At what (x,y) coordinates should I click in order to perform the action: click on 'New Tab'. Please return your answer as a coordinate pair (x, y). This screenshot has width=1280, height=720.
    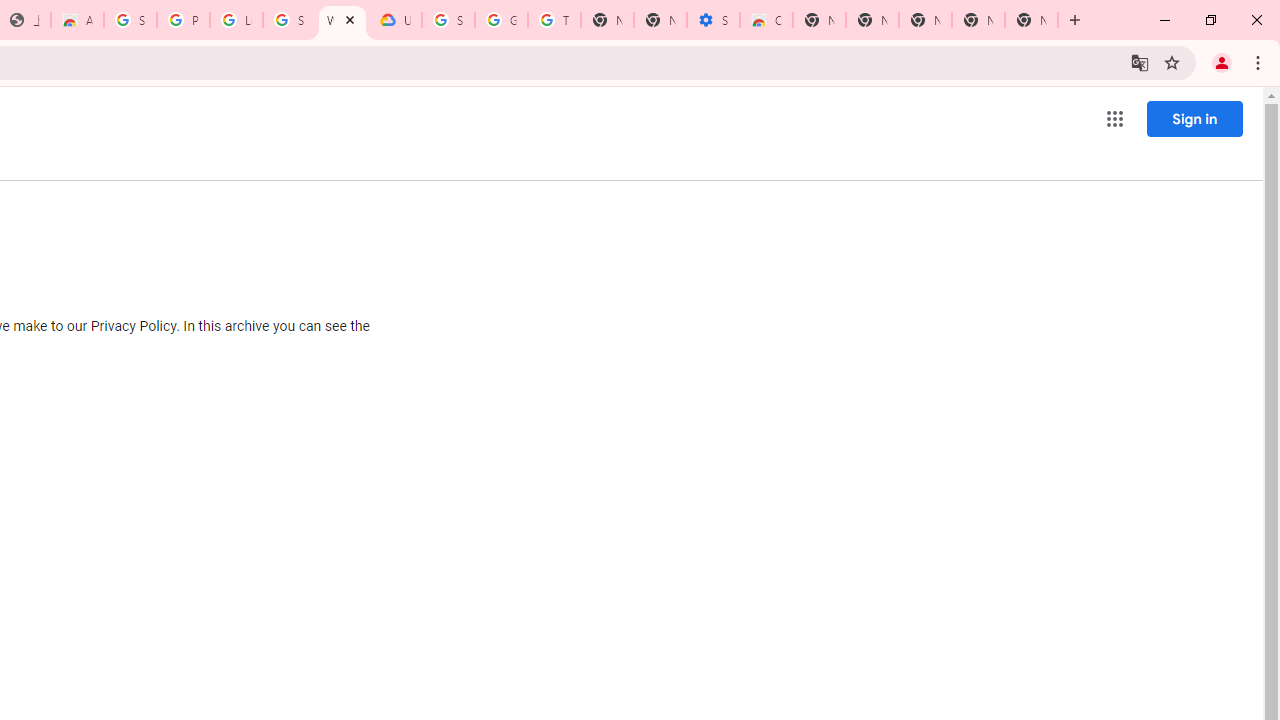
    Looking at the image, I should click on (1031, 20).